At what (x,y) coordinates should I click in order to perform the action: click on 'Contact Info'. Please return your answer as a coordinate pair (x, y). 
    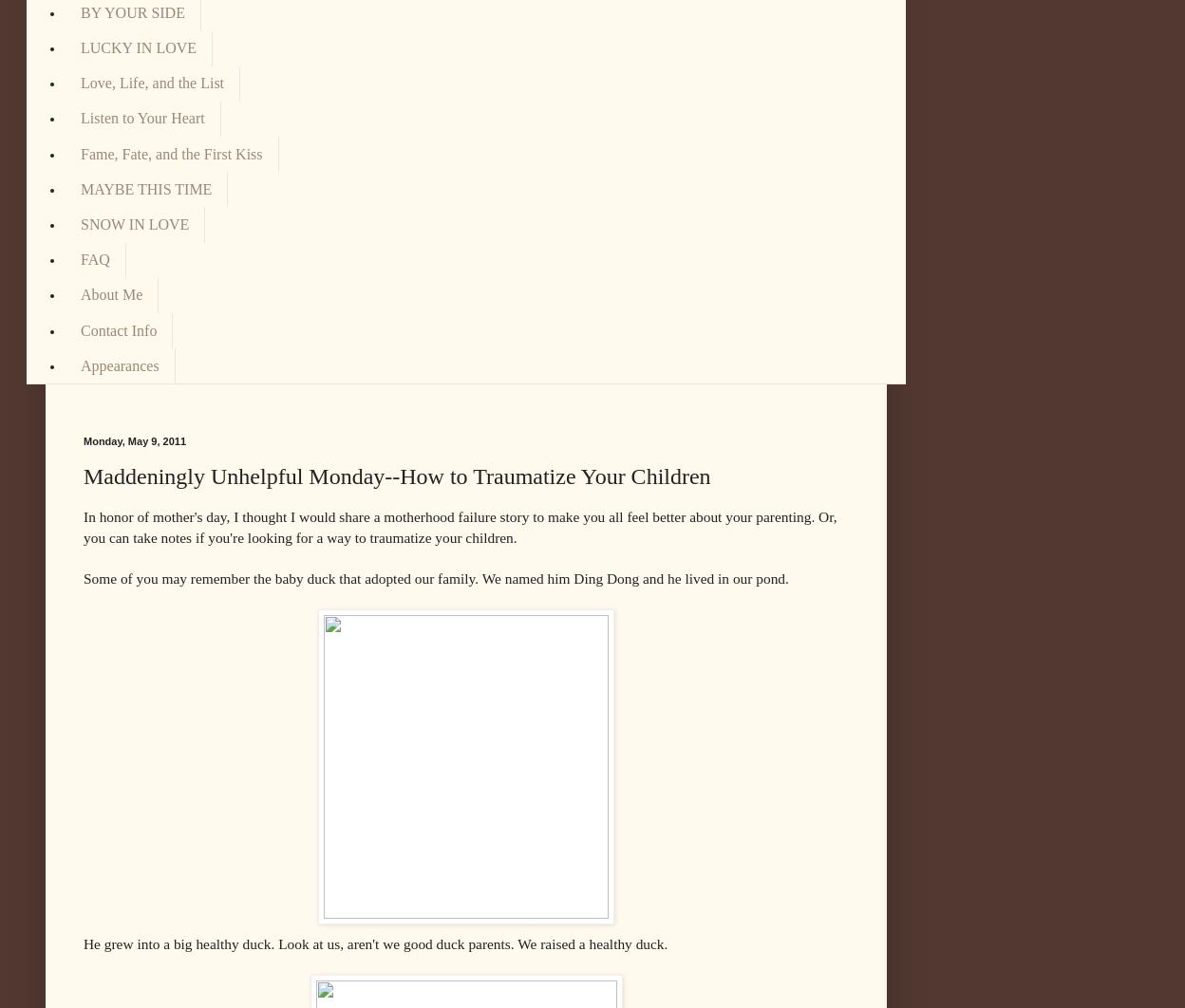
    Looking at the image, I should click on (119, 328).